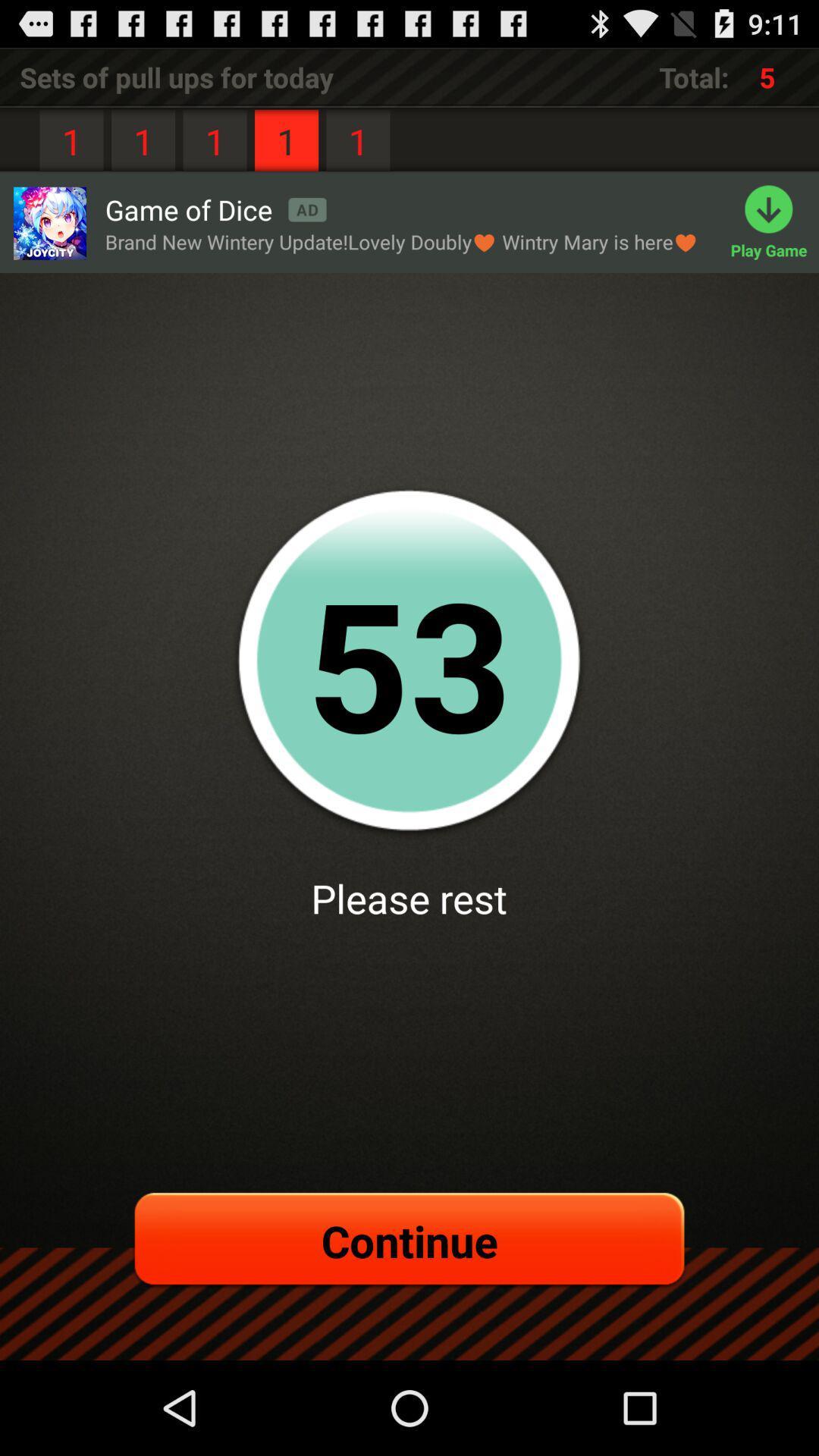 This screenshot has height=1456, width=819. Describe the element at coordinates (49, 222) in the screenshot. I see `the app next to game of dice item` at that location.